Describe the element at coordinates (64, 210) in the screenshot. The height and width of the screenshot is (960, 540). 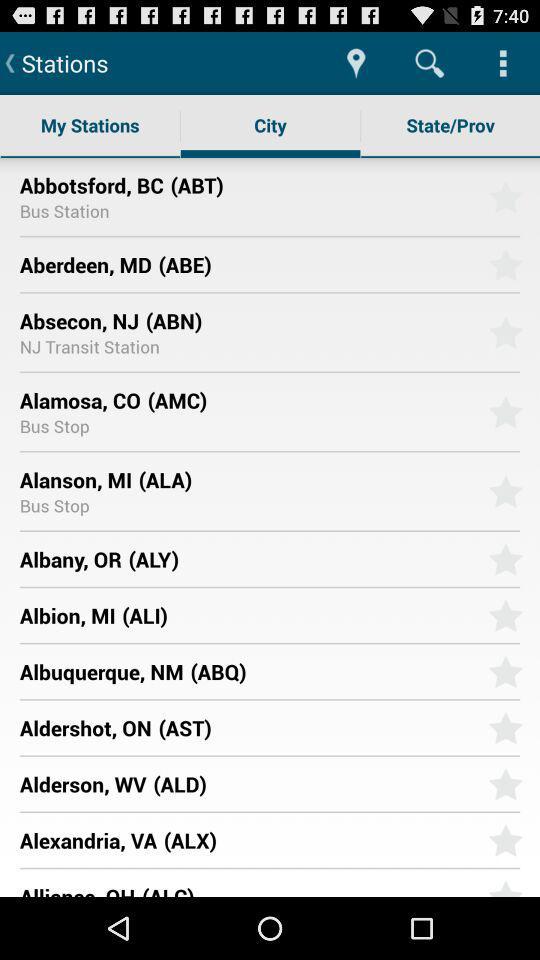
I see `bus station` at that location.